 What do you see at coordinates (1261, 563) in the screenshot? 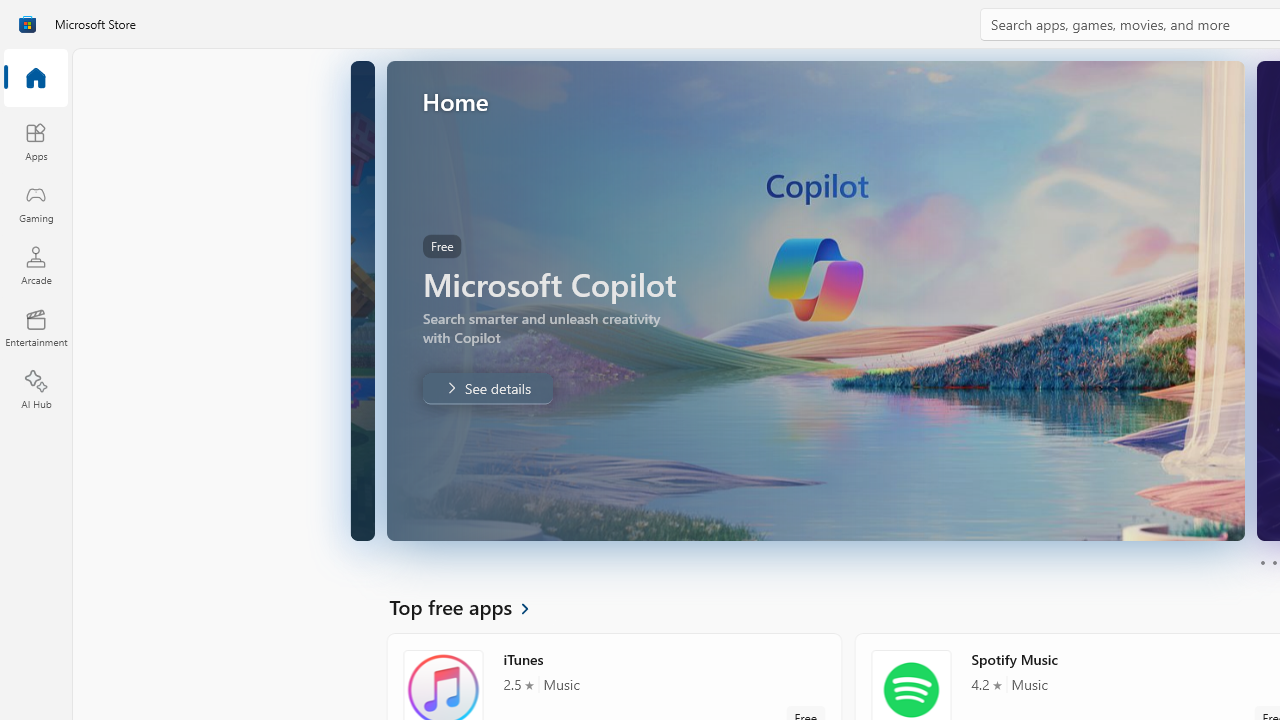
I see `'Page 1'` at bounding box center [1261, 563].